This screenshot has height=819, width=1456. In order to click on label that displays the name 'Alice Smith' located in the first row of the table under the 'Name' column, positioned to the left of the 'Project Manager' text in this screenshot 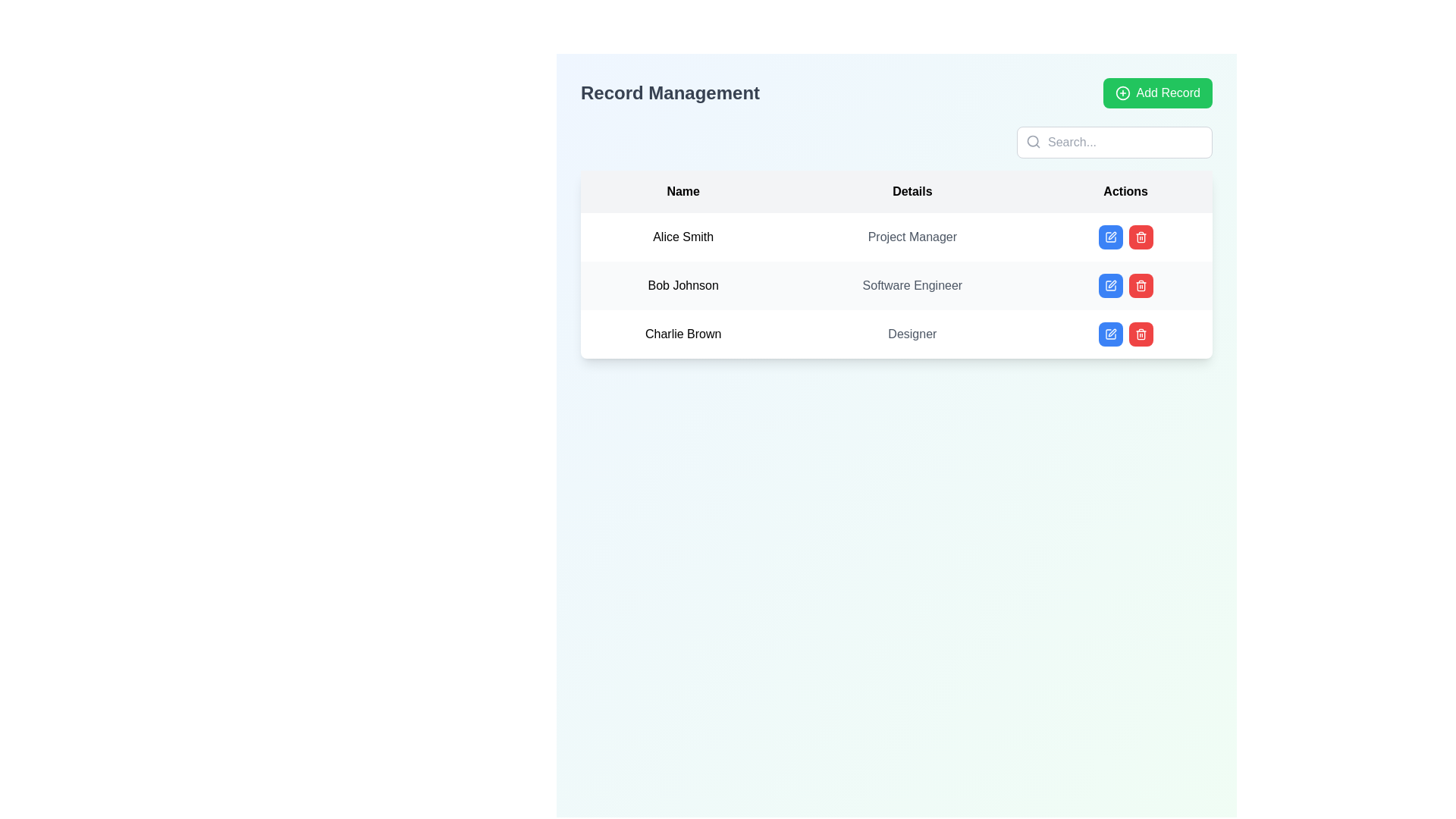, I will do `click(682, 237)`.